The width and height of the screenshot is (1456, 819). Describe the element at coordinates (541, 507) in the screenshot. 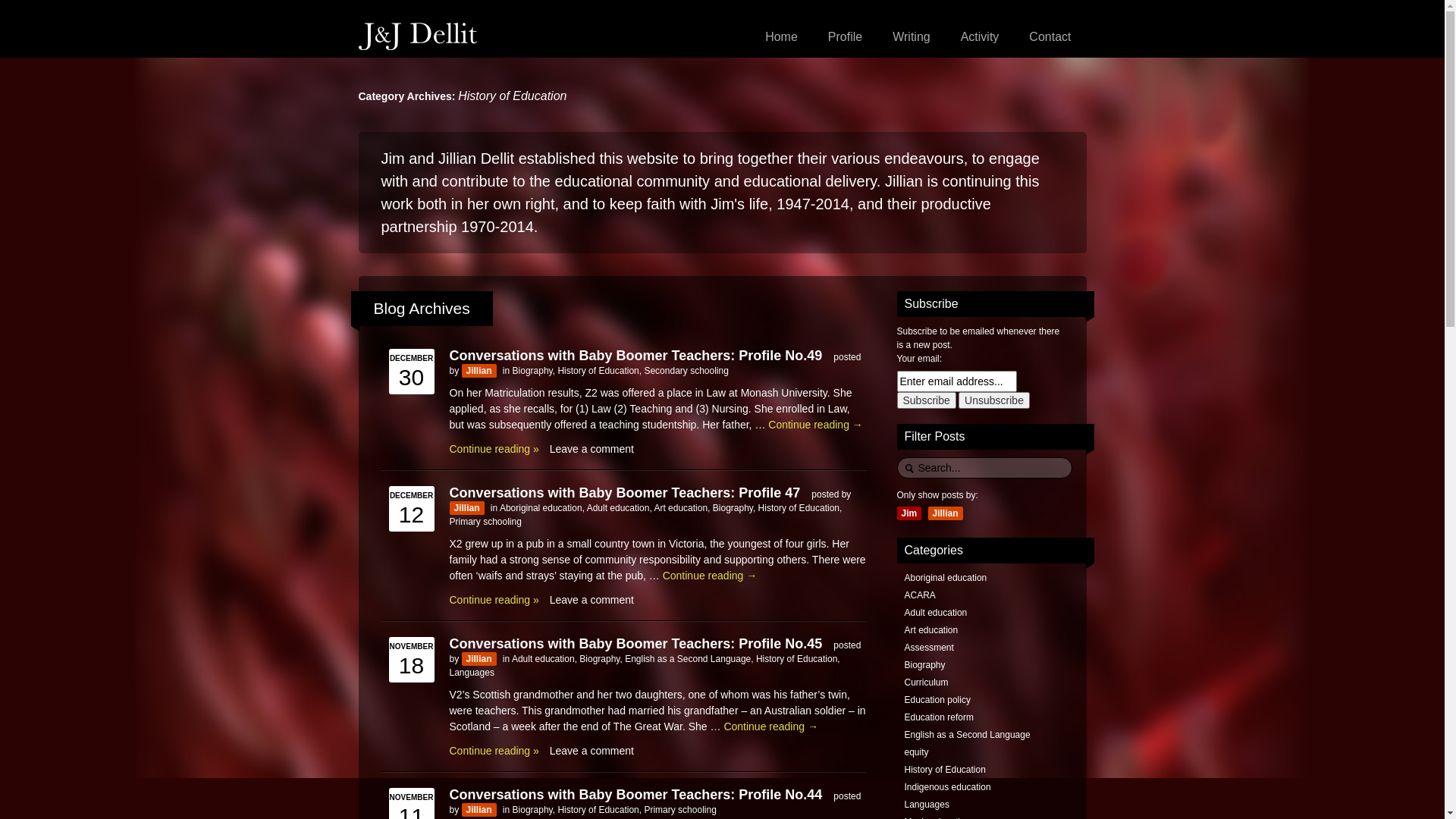

I see `'Aboriginal education'` at that location.